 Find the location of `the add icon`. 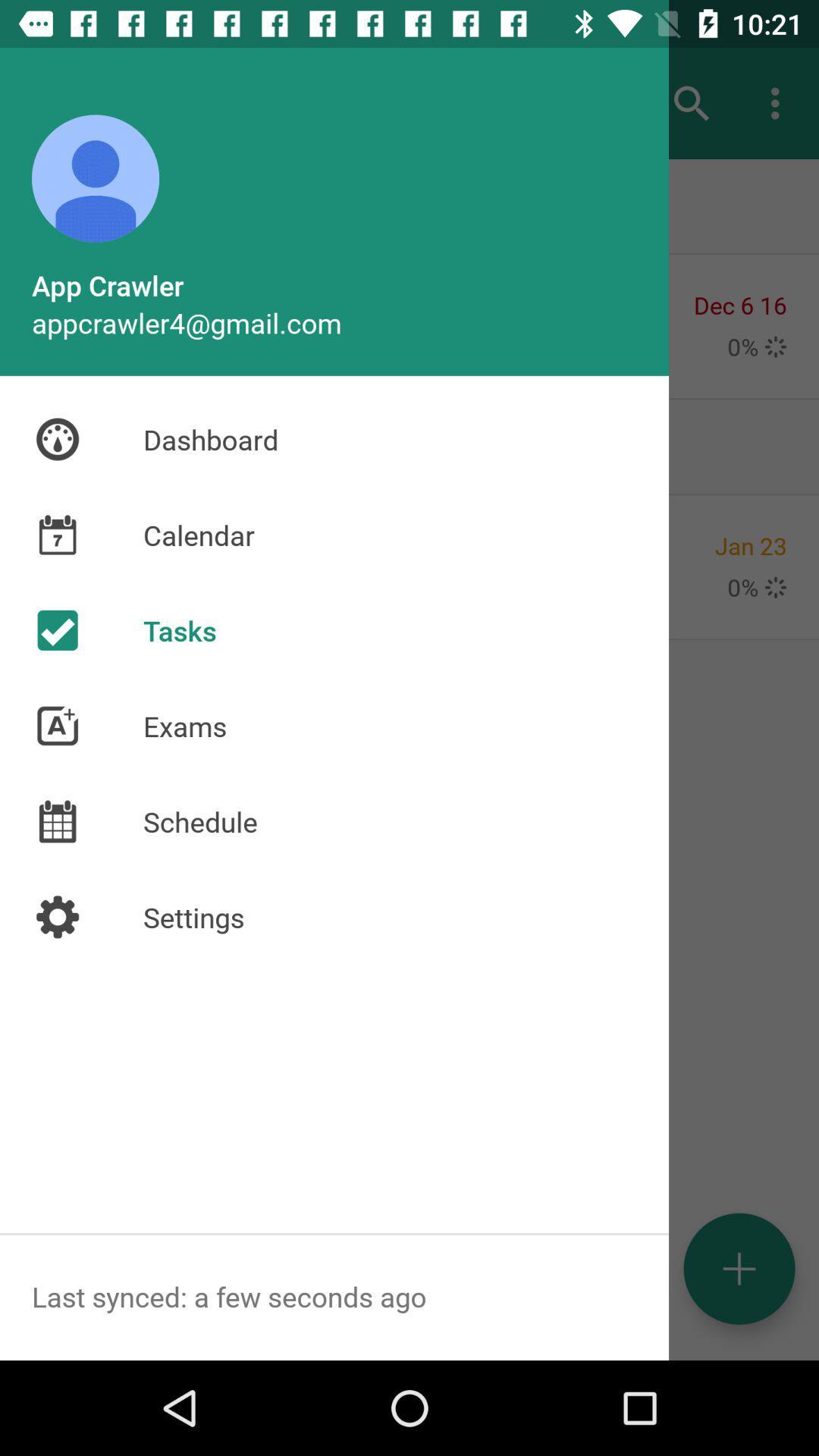

the add icon is located at coordinates (739, 1269).